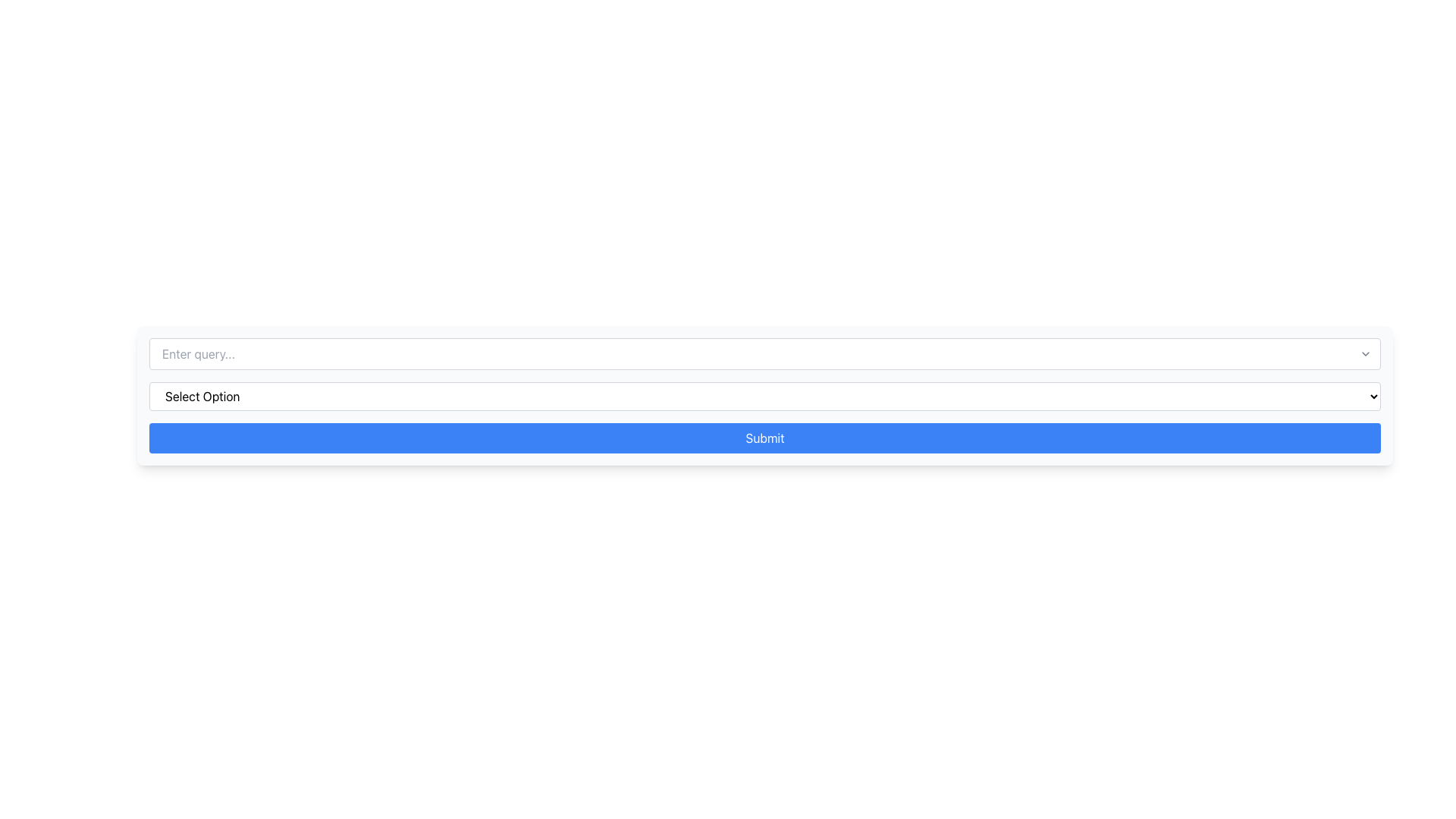 The width and height of the screenshot is (1456, 819). Describe the element at coordinates (1365, 353) in the screenshot. I see `the dropdown indicator icon located at the extreme right of the dropdown menu field` at that location.